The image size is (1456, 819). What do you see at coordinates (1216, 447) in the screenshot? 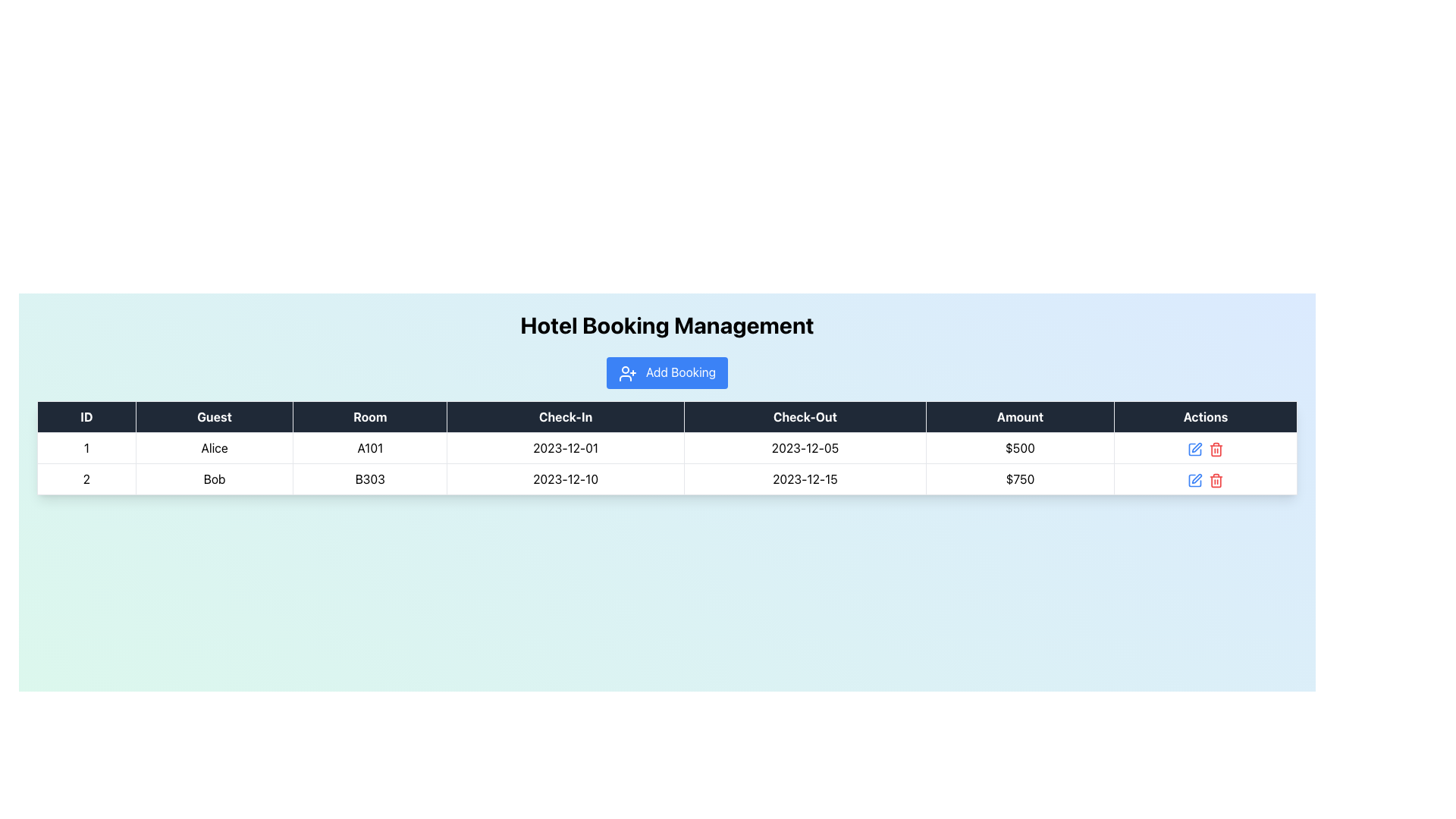
I see `the red trash icon button in the Actions column of the data table for 'Alice, A101, $500' to emphasize the delete option` at bounding box center [1216, 447].